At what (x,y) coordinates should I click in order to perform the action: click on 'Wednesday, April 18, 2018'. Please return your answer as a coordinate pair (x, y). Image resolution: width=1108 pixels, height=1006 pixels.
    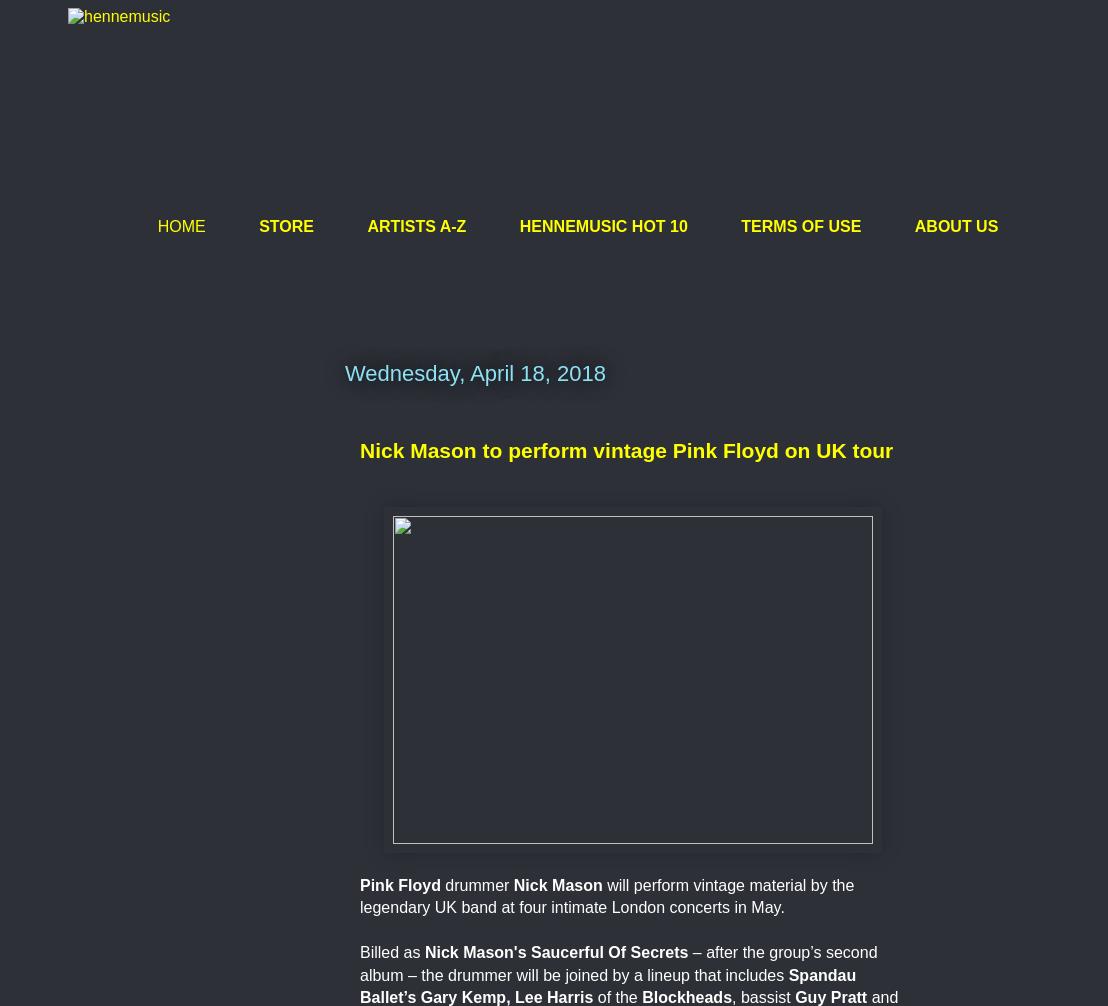
    Looking at the image, I should click on (474, 372).